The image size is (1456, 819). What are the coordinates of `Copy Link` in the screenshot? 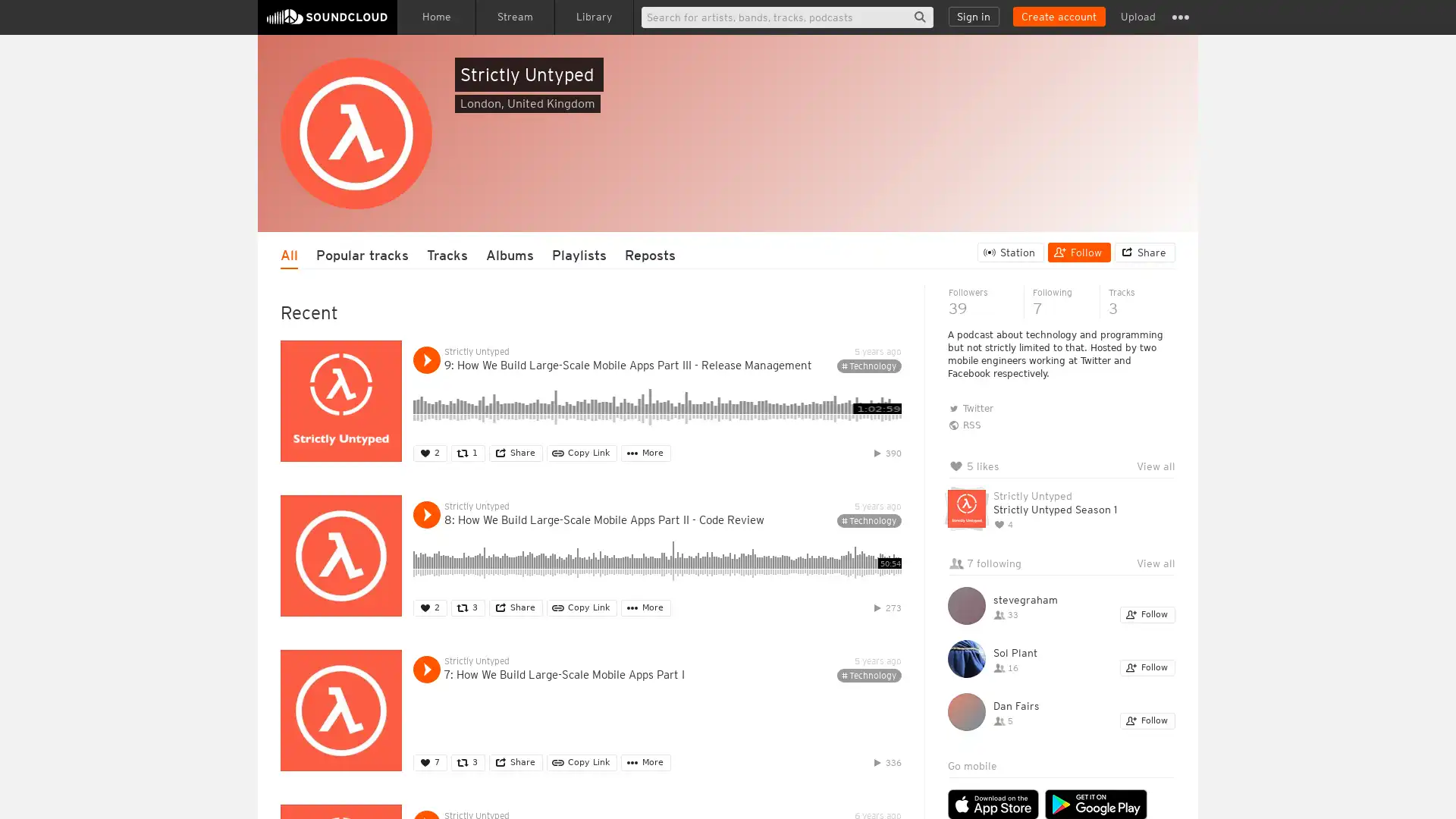 It's located at (581, 452).